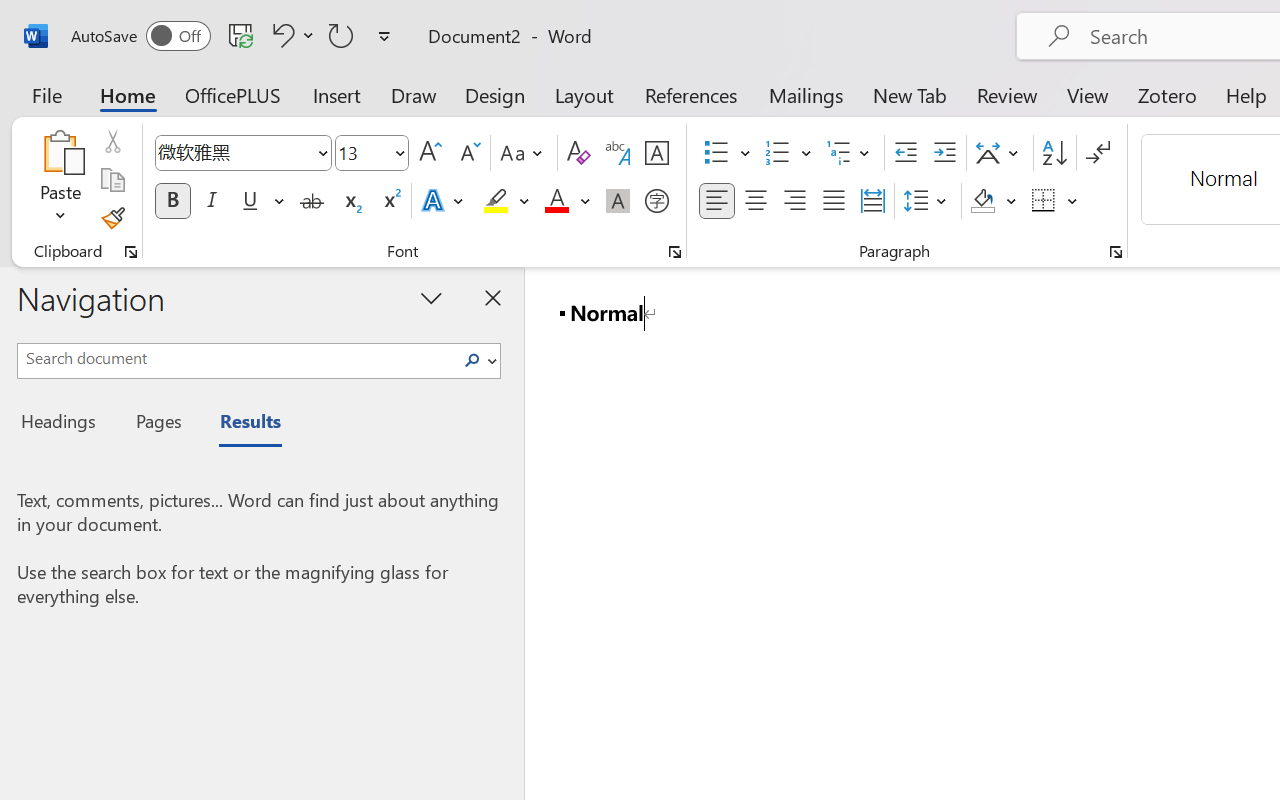 The height and width of the screenshot is (800, 1280). What do you see at coordinates (429, 153) in the screenshot?
I see `'Grow Font'` at bounding box center [429, 153].